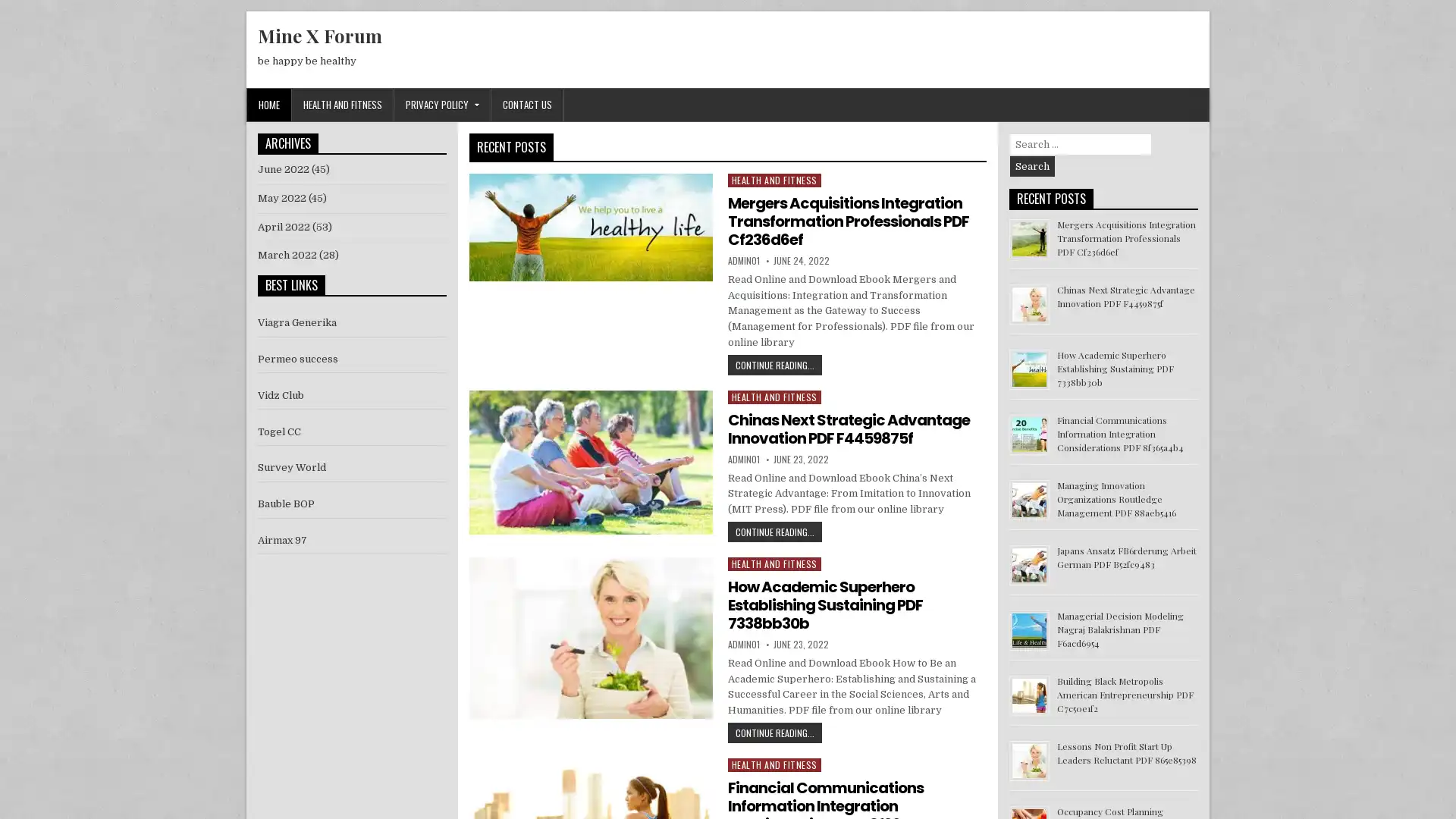 The image size is (1456, 819). I want to click on Search, so click(1031, 166).